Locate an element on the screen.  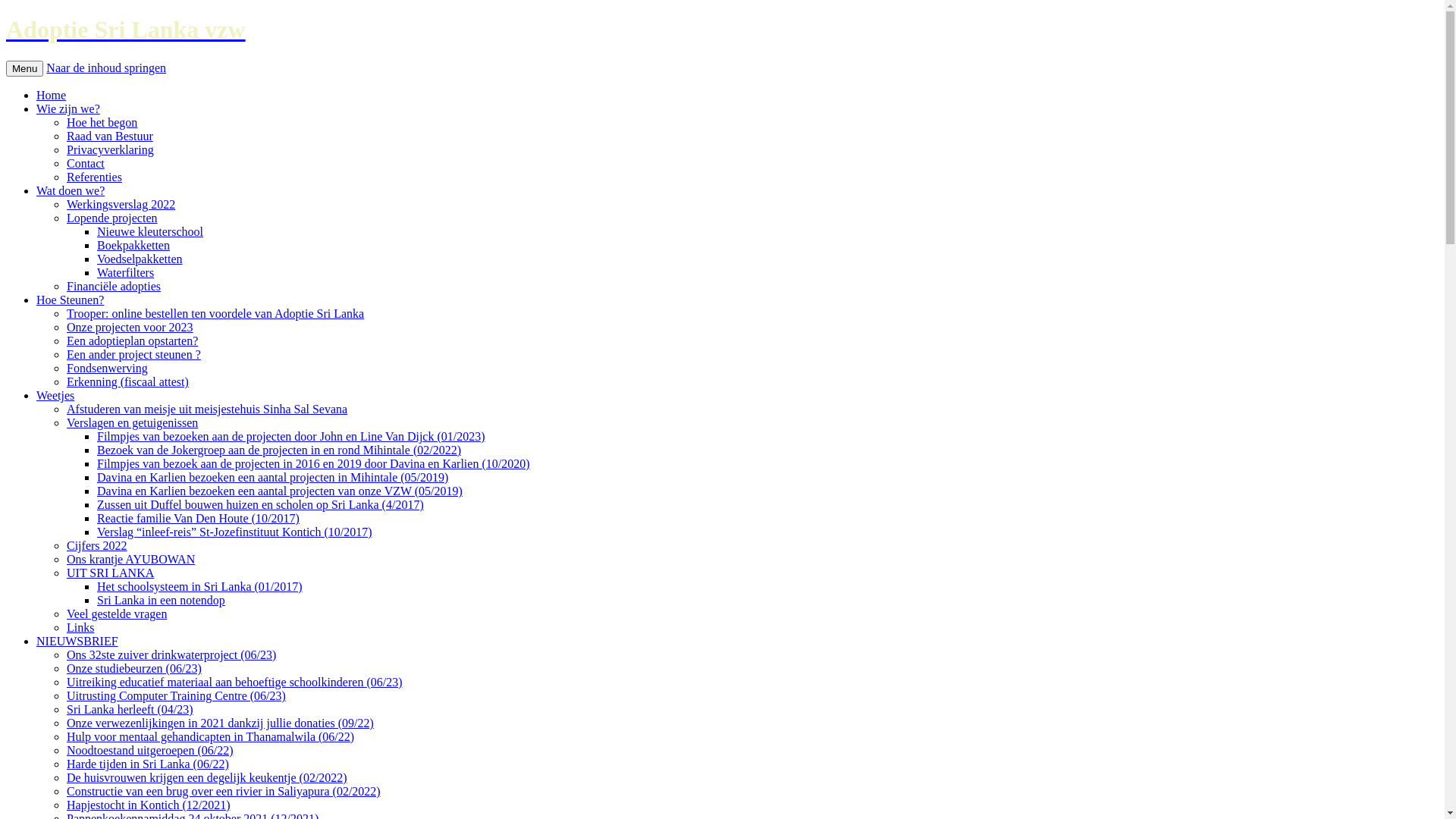
'Lopende projecten' is located at coordinates (65, 218).